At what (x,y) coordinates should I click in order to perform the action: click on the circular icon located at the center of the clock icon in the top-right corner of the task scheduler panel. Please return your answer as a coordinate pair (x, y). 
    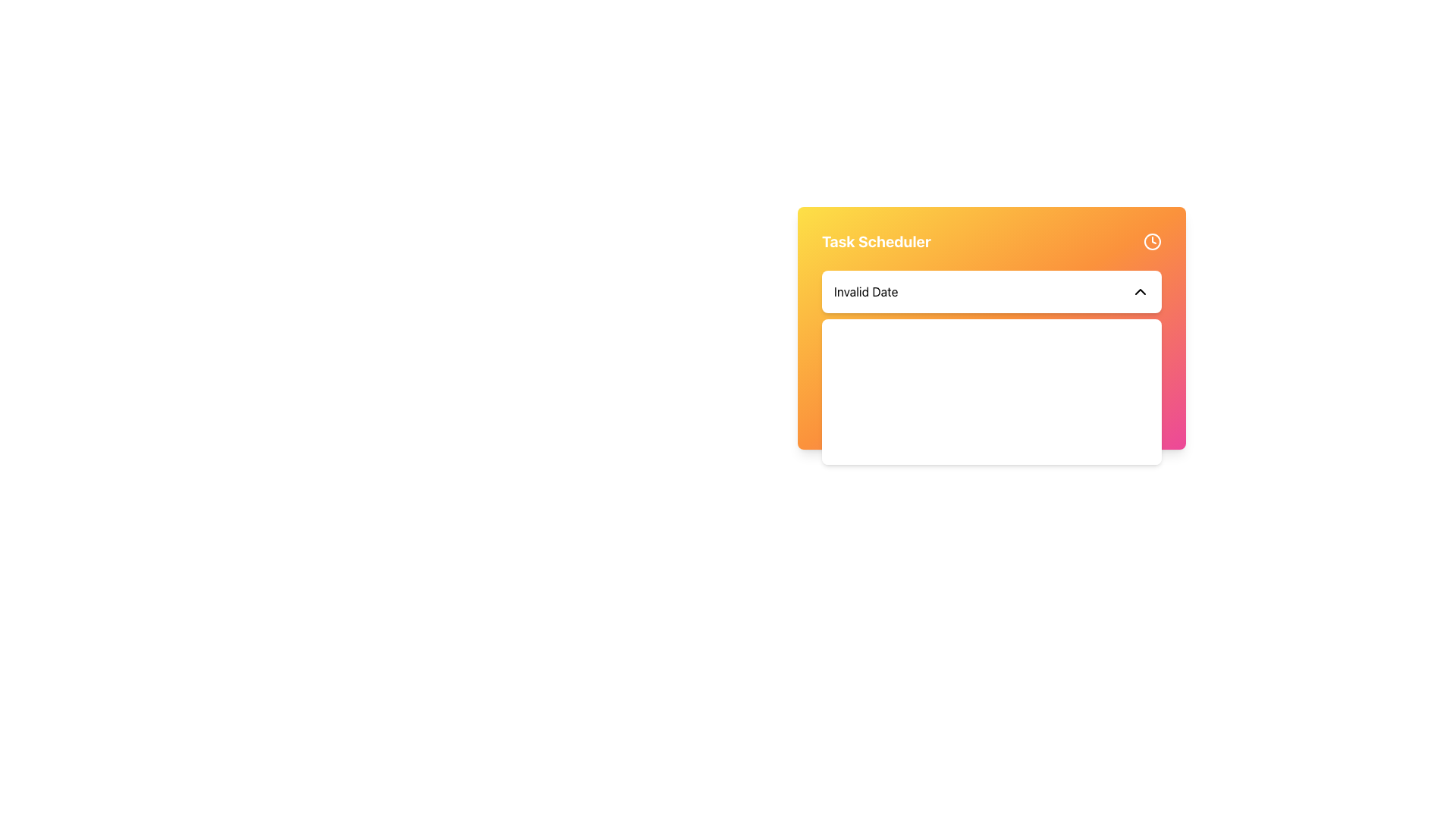
    Looking at the image, I should click on (1153, 241).